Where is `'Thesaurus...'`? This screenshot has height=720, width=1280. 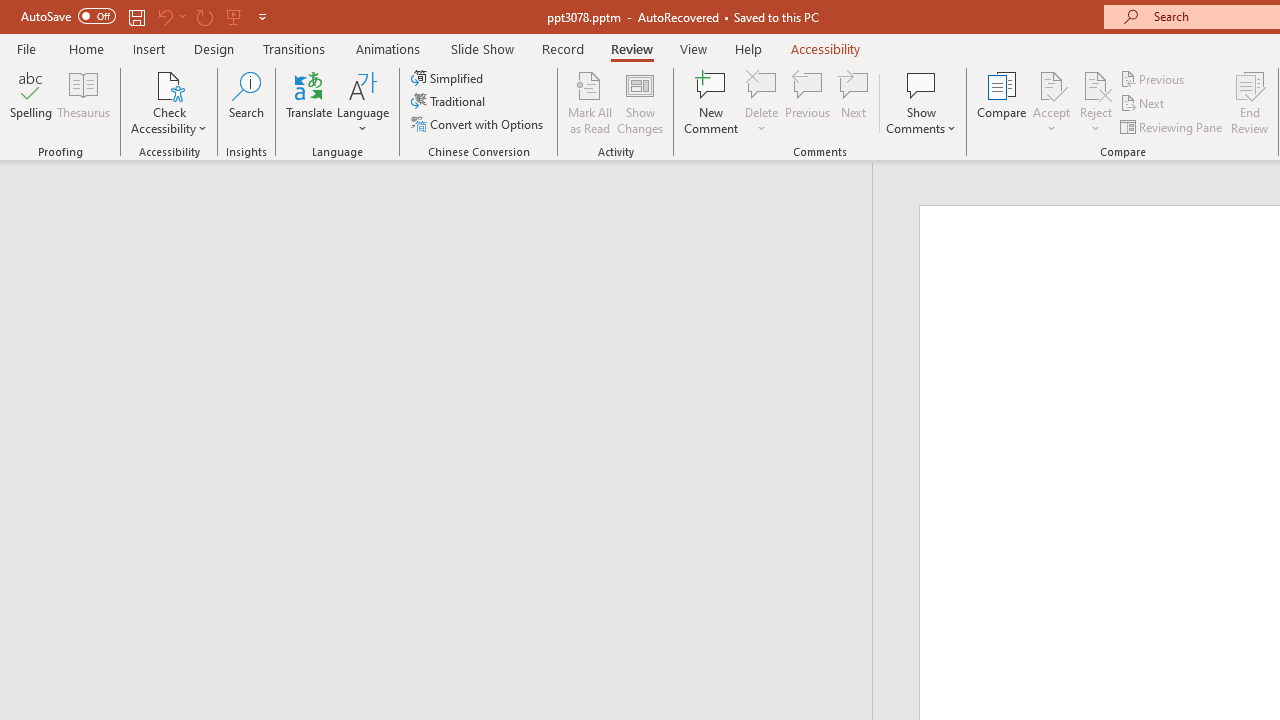 'Thesaurus...' is located at coordinates (82, 103).